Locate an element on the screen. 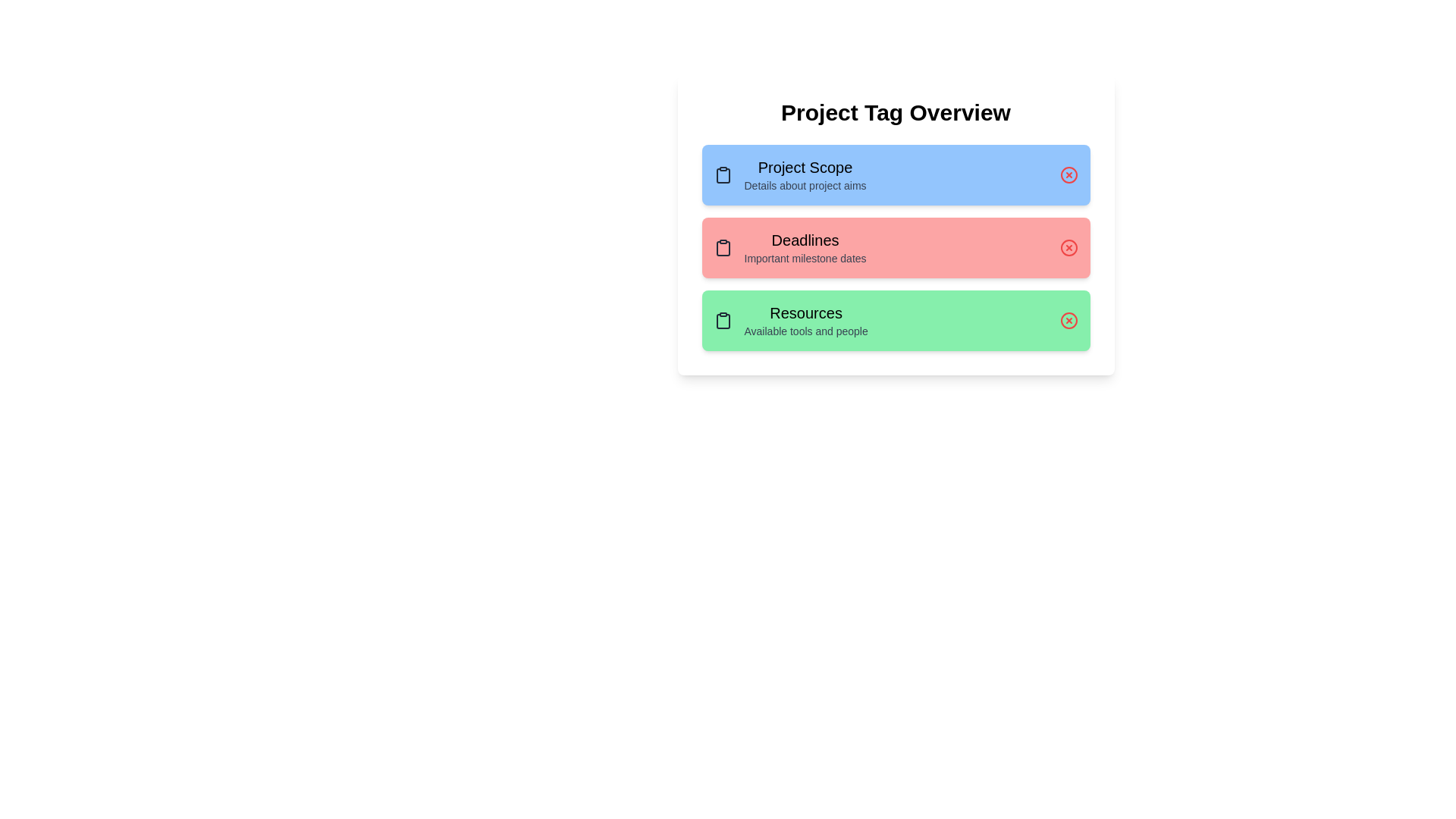 This screenshot has width=1456, height=819. the clipboard icon associated with the tag Resources is located at coordinates (722, 320).